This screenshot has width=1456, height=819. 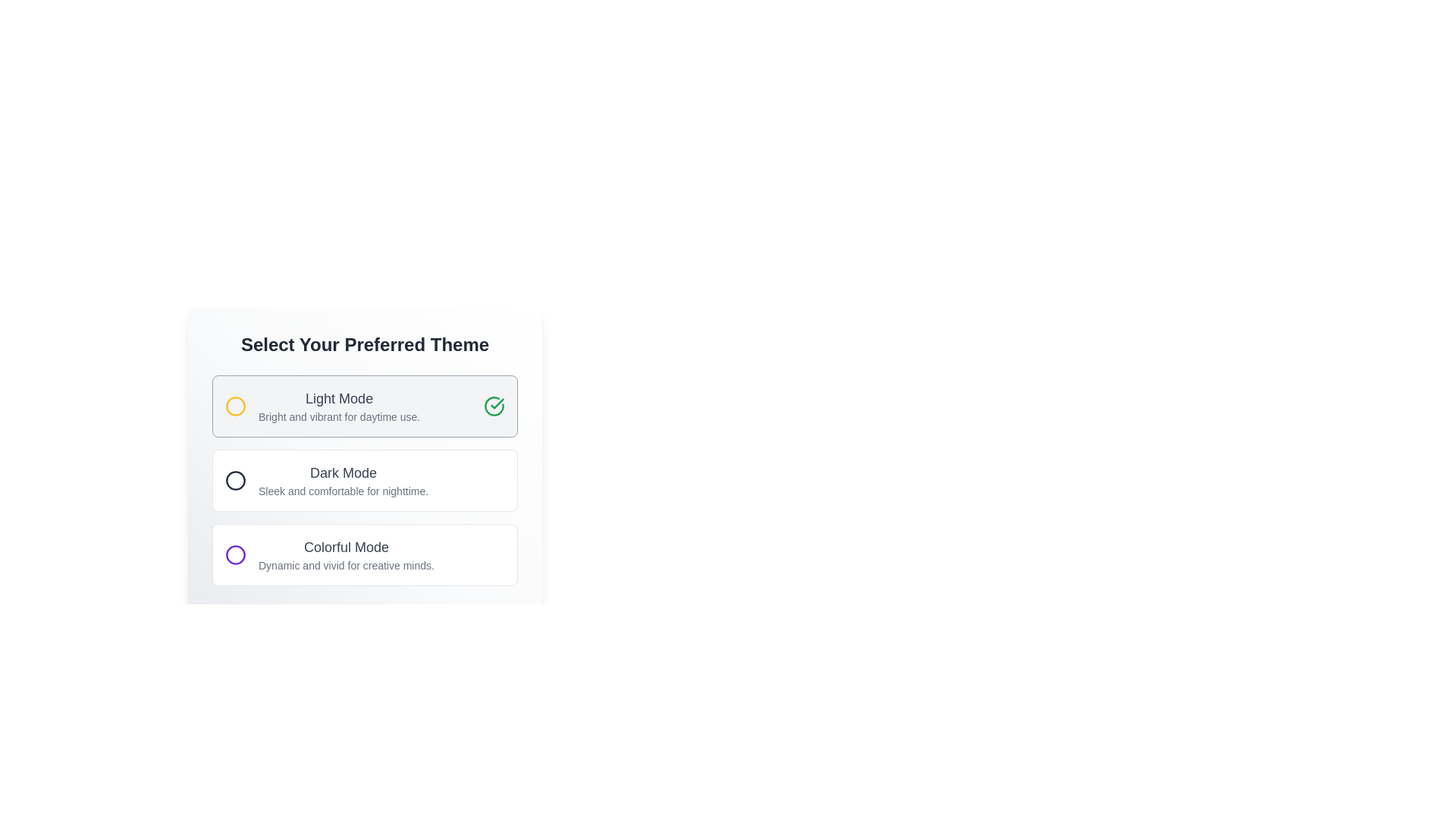 I want to click on the state indication of the Indicator icon, a circular icon with a green check mark located in the top-right corner of the 'Light Mode' option in the theme selection menu, so click(x=494, y=406).